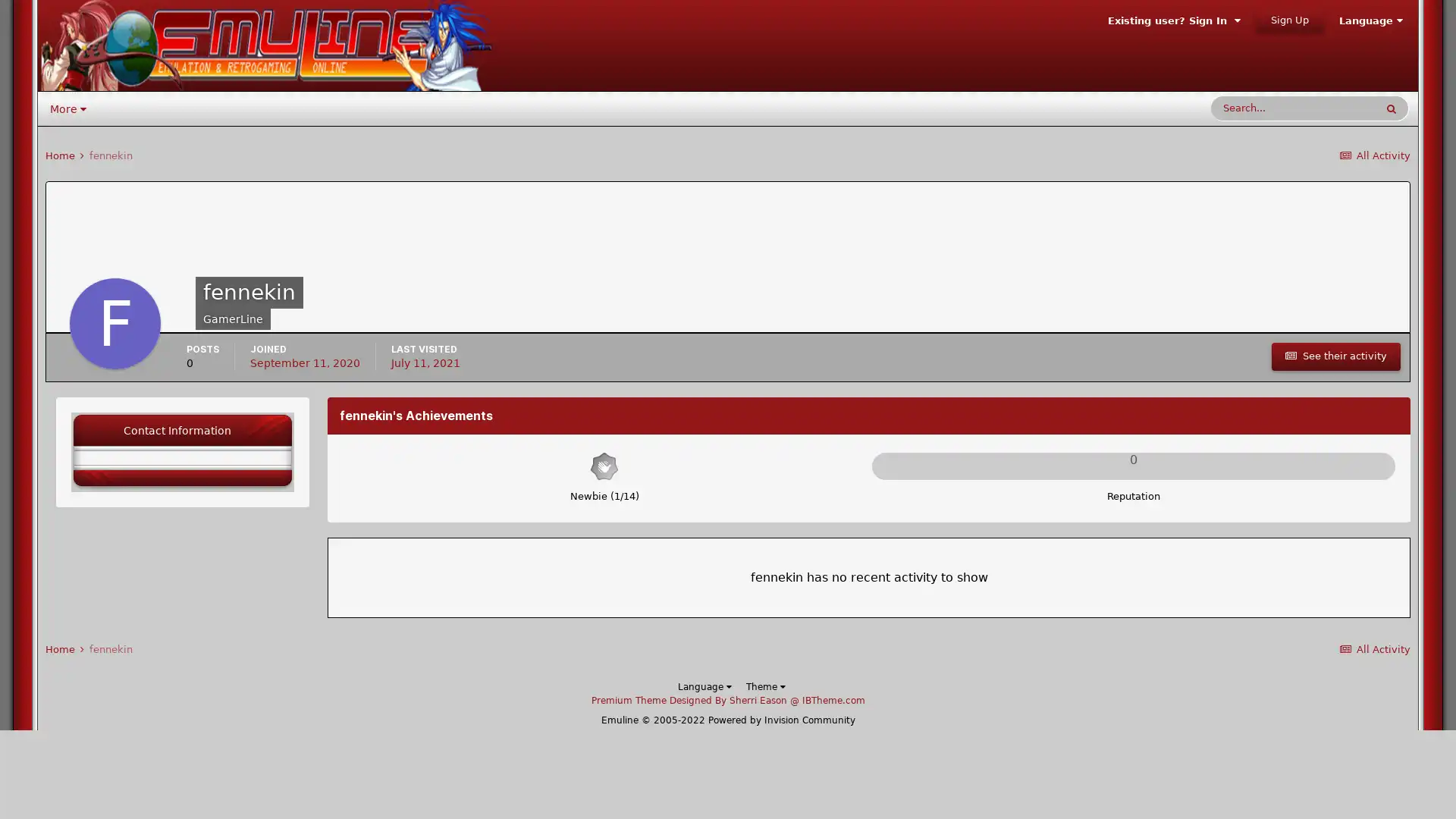  Describe the element at coordinates (1391, 107) in the screenshot. I see `Search` at that location.